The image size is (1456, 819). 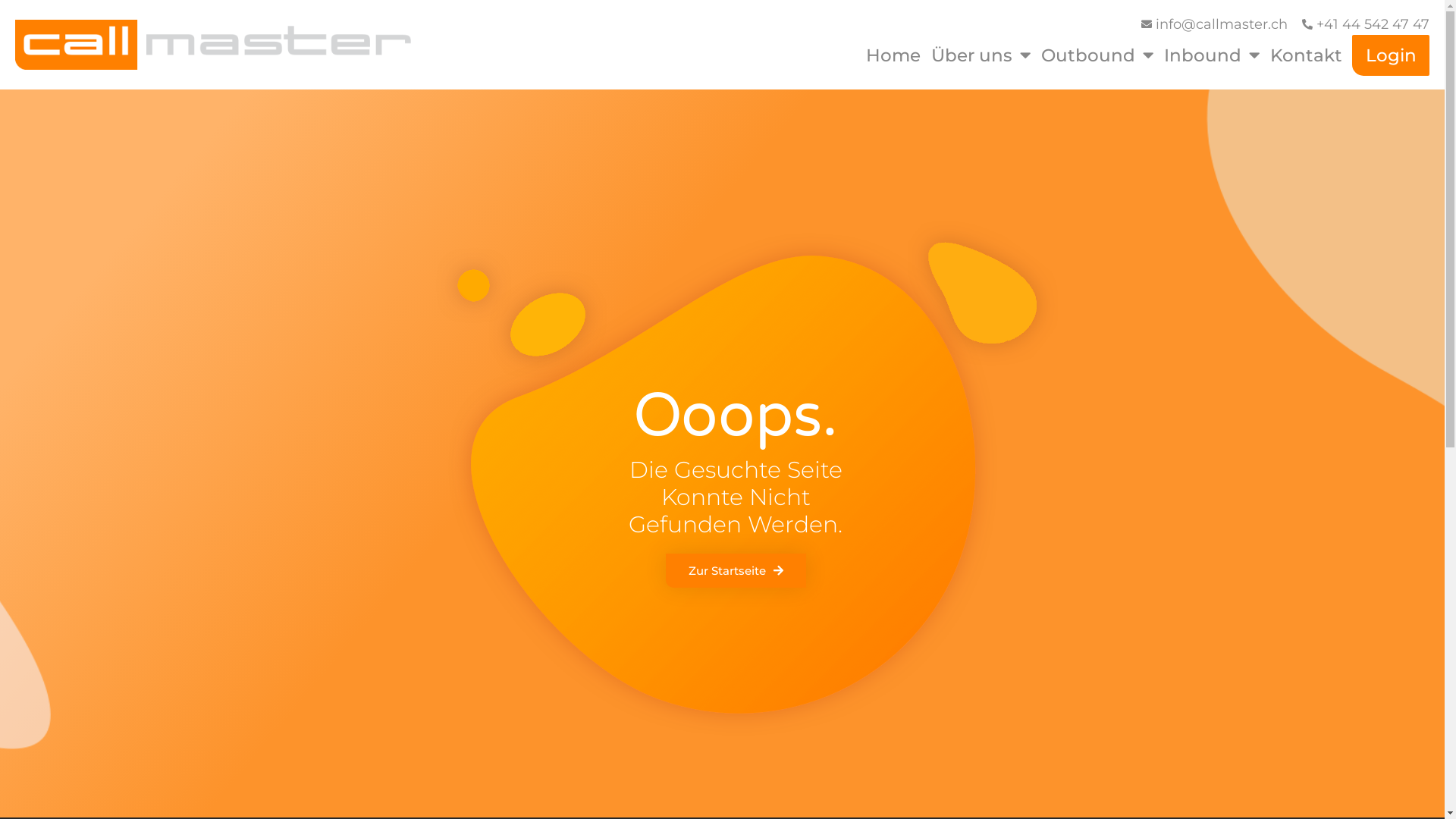 What do you see at coordinates (1365, 24) in the screenshot?
I see `'+41 44 542 47 47'` at bounding box center [1365, 24].